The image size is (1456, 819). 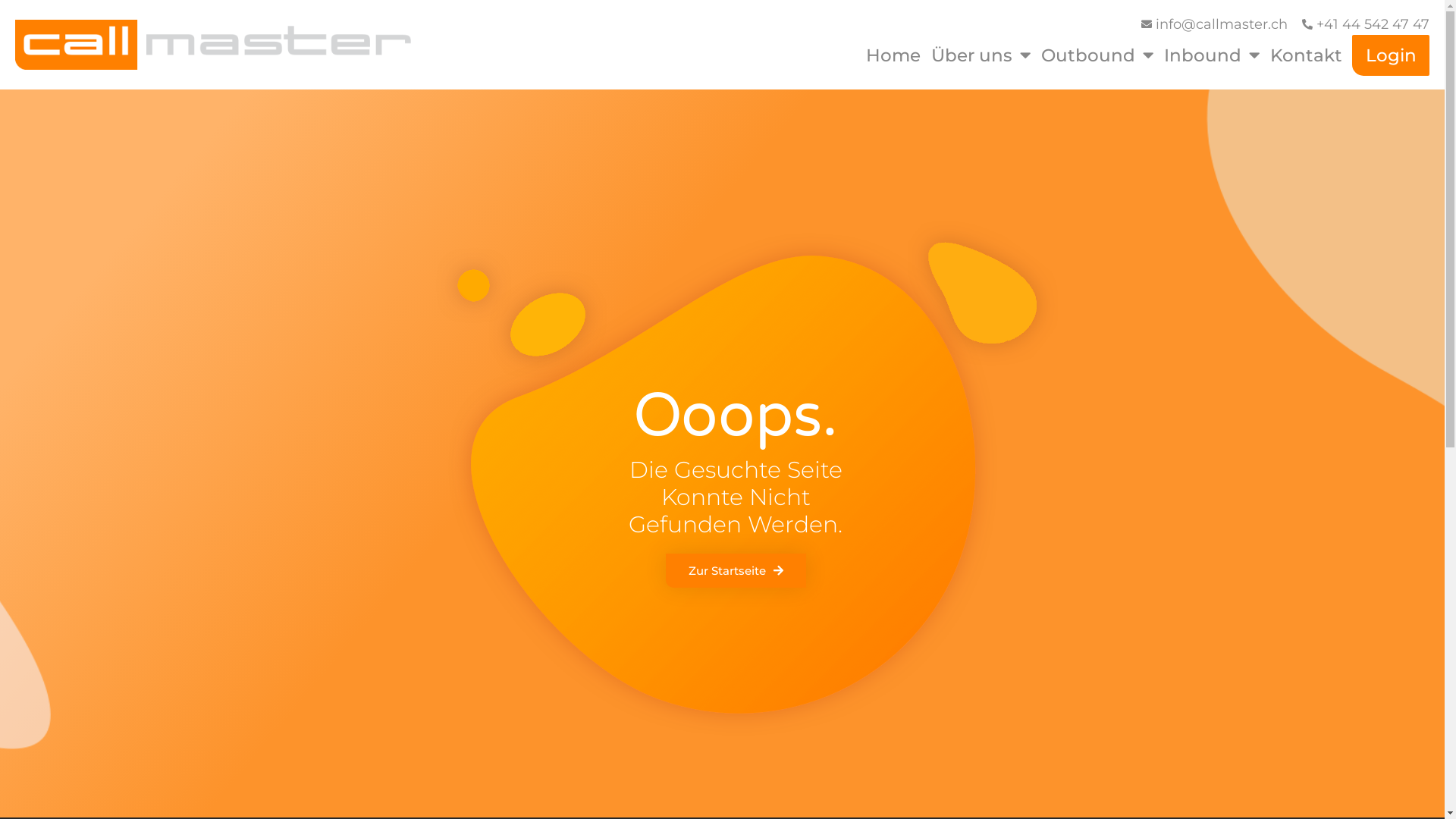 What do you see at coordinates (1365, 24) in the screenshot?
I see `'+41 44 542 47 47'` at bounding box center [1365, 24].